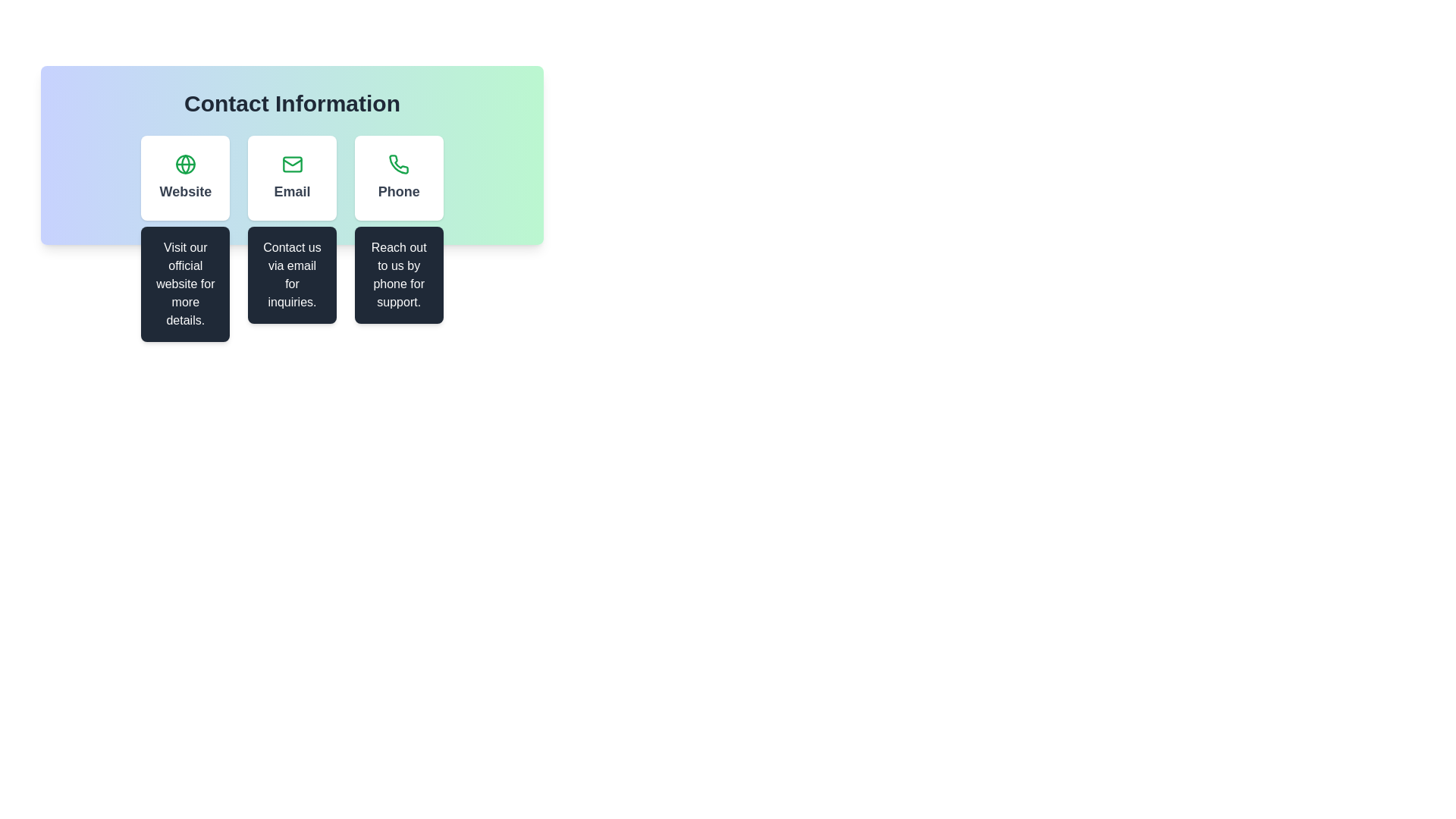  I want to click on the additional details provided in the tooltip or informational panel located below the 'Website' button in the 'Contact Information' section, so click(184, 284).